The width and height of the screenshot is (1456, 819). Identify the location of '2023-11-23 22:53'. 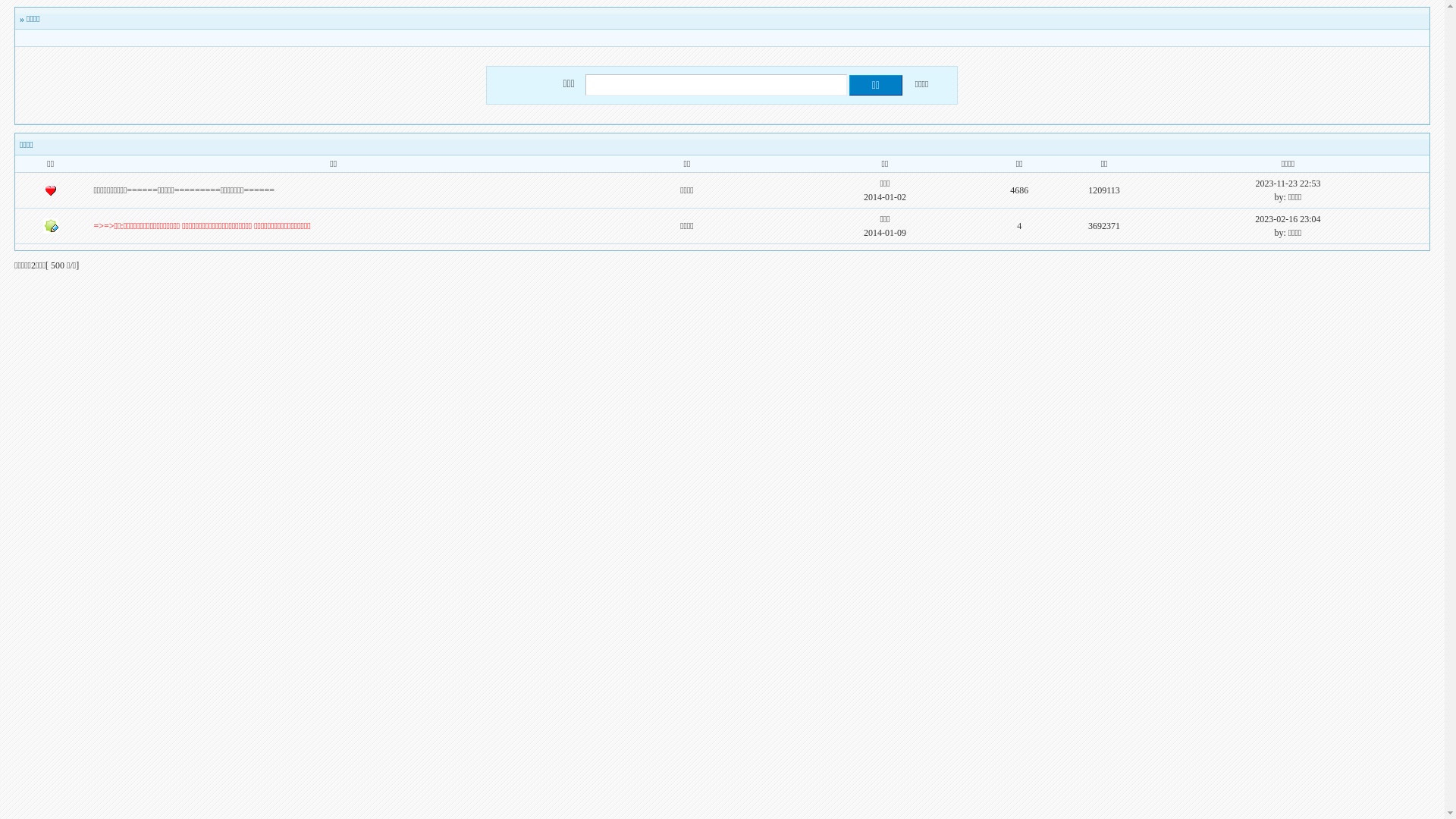
(1288, 183).